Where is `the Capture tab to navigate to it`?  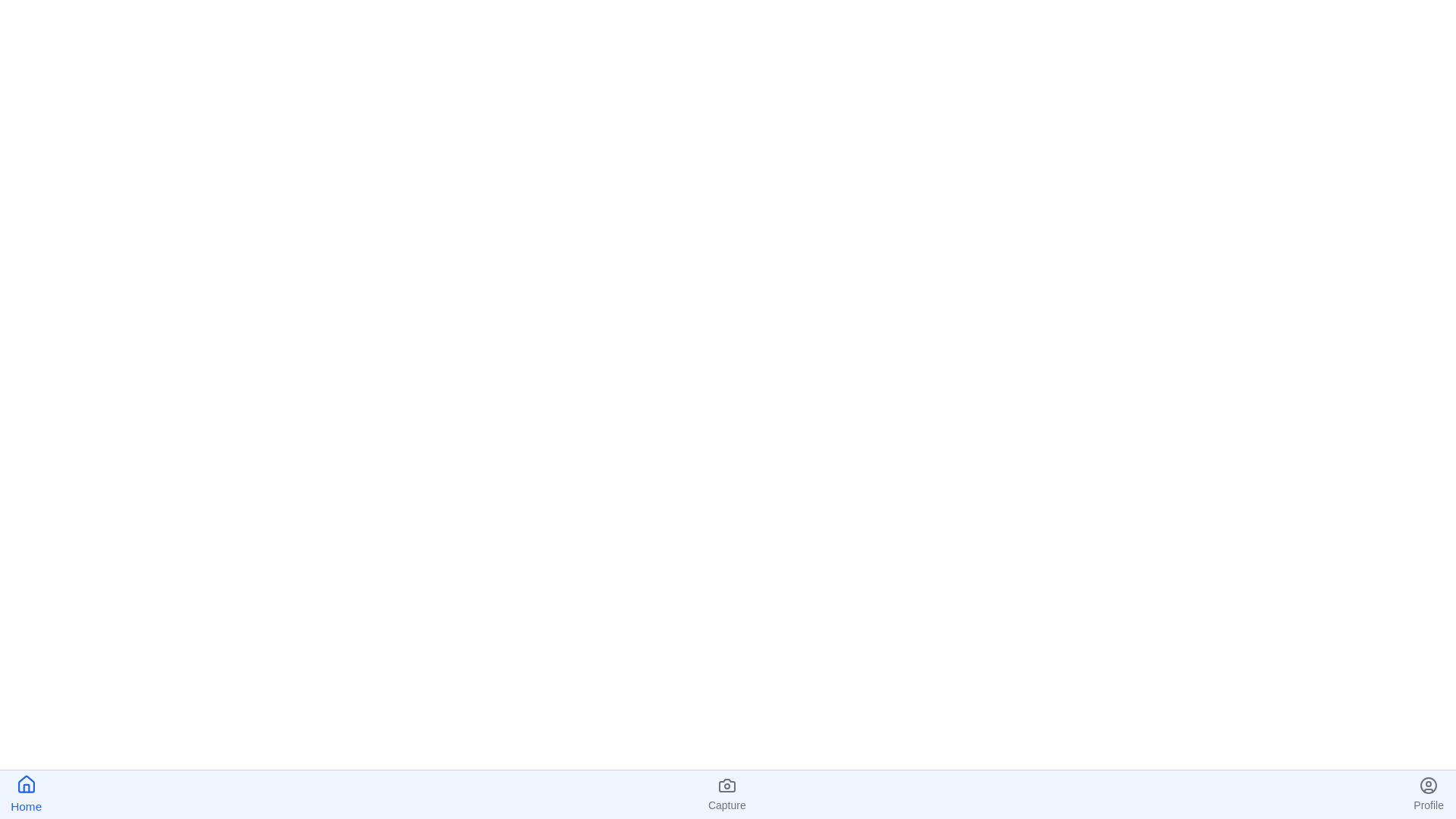 the Capture tab to navigate to it is located at coordinates (726, 794).